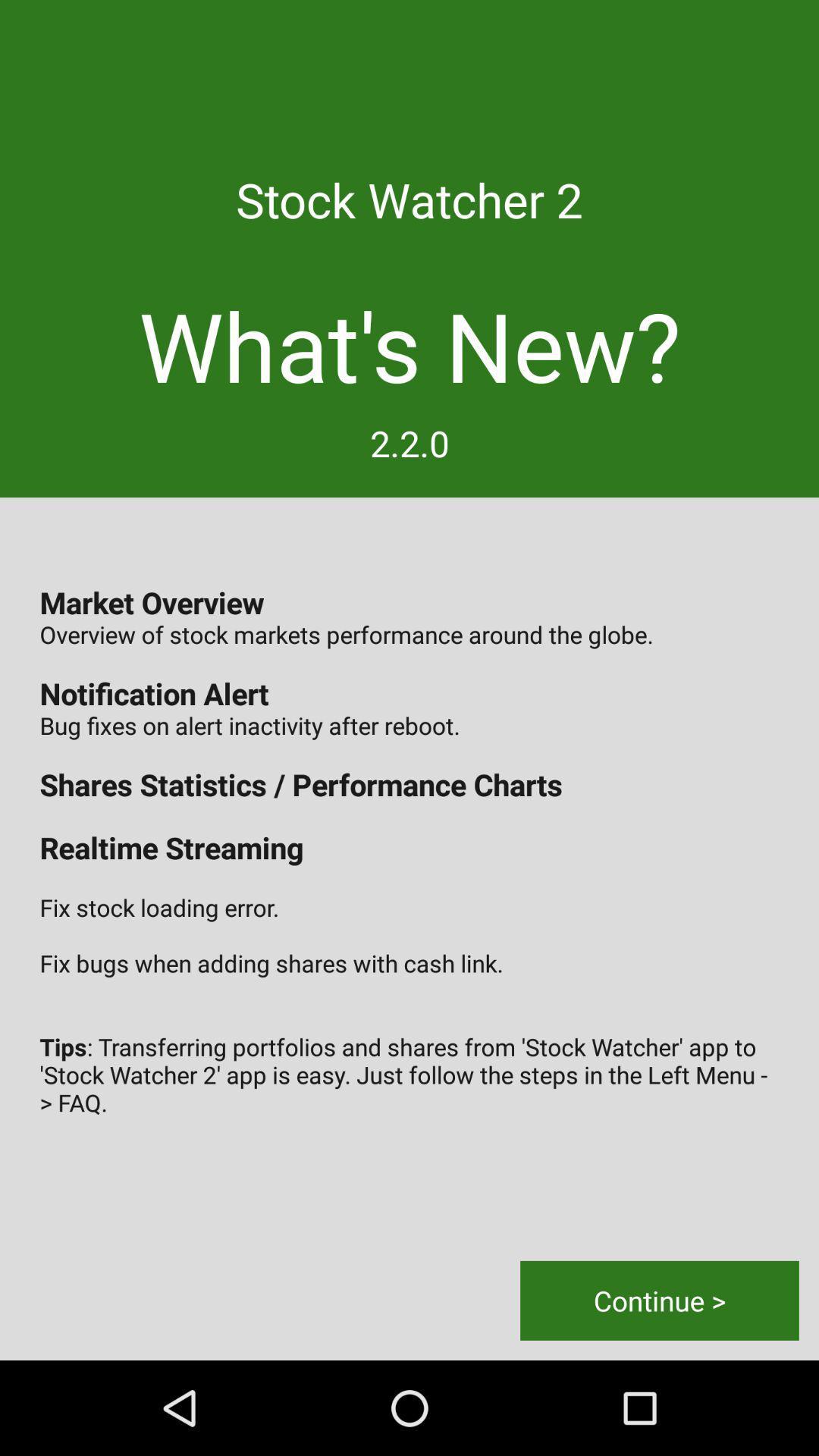 The image size is (819, 1456). I want to click on the item at the bottom right corner, so click(659, 1300).